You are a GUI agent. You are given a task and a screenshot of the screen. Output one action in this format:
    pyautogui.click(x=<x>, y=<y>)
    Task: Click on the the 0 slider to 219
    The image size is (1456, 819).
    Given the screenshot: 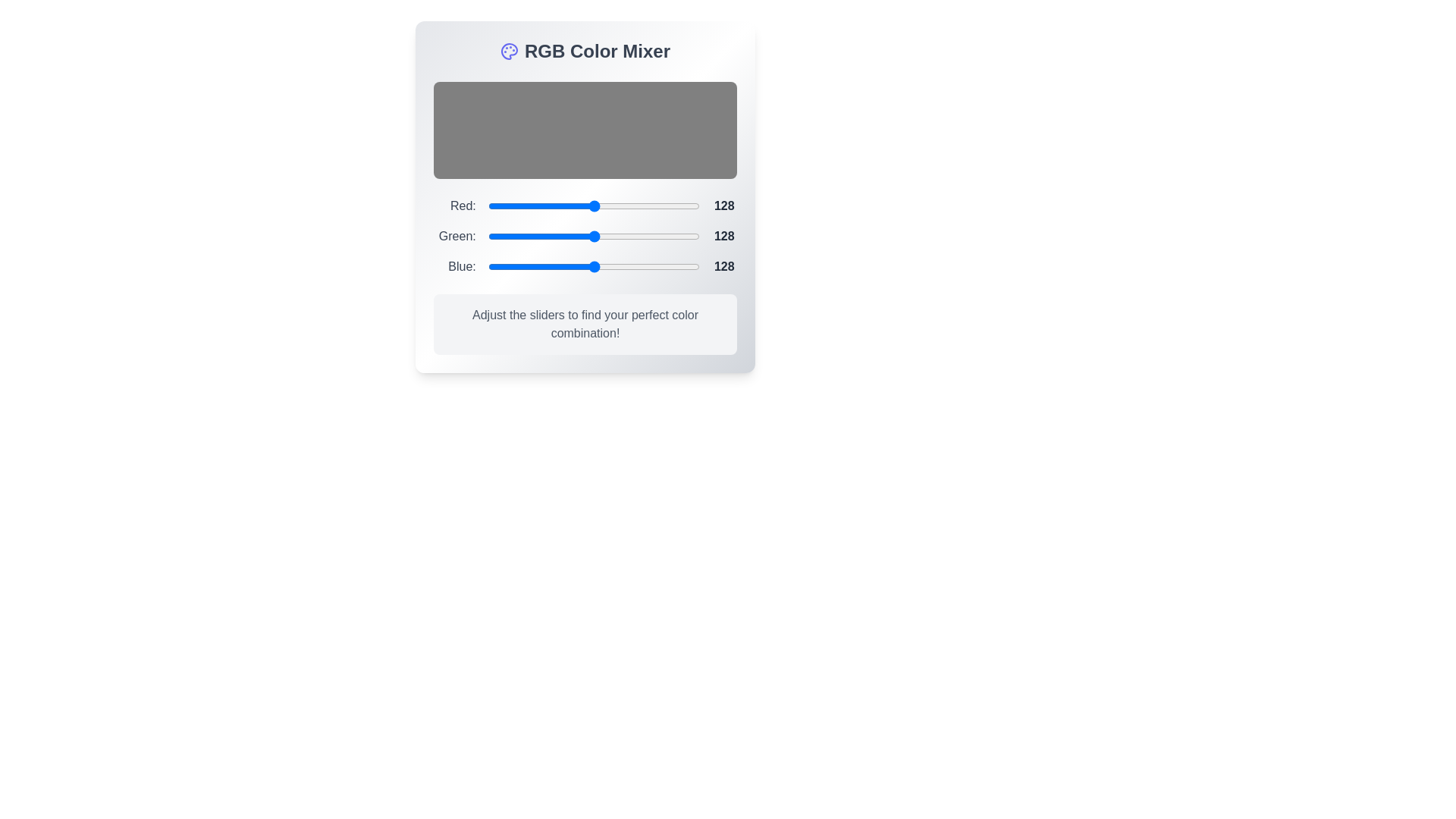 What is the action you would take?
    pyautogui.click(x=593, y=206)
    